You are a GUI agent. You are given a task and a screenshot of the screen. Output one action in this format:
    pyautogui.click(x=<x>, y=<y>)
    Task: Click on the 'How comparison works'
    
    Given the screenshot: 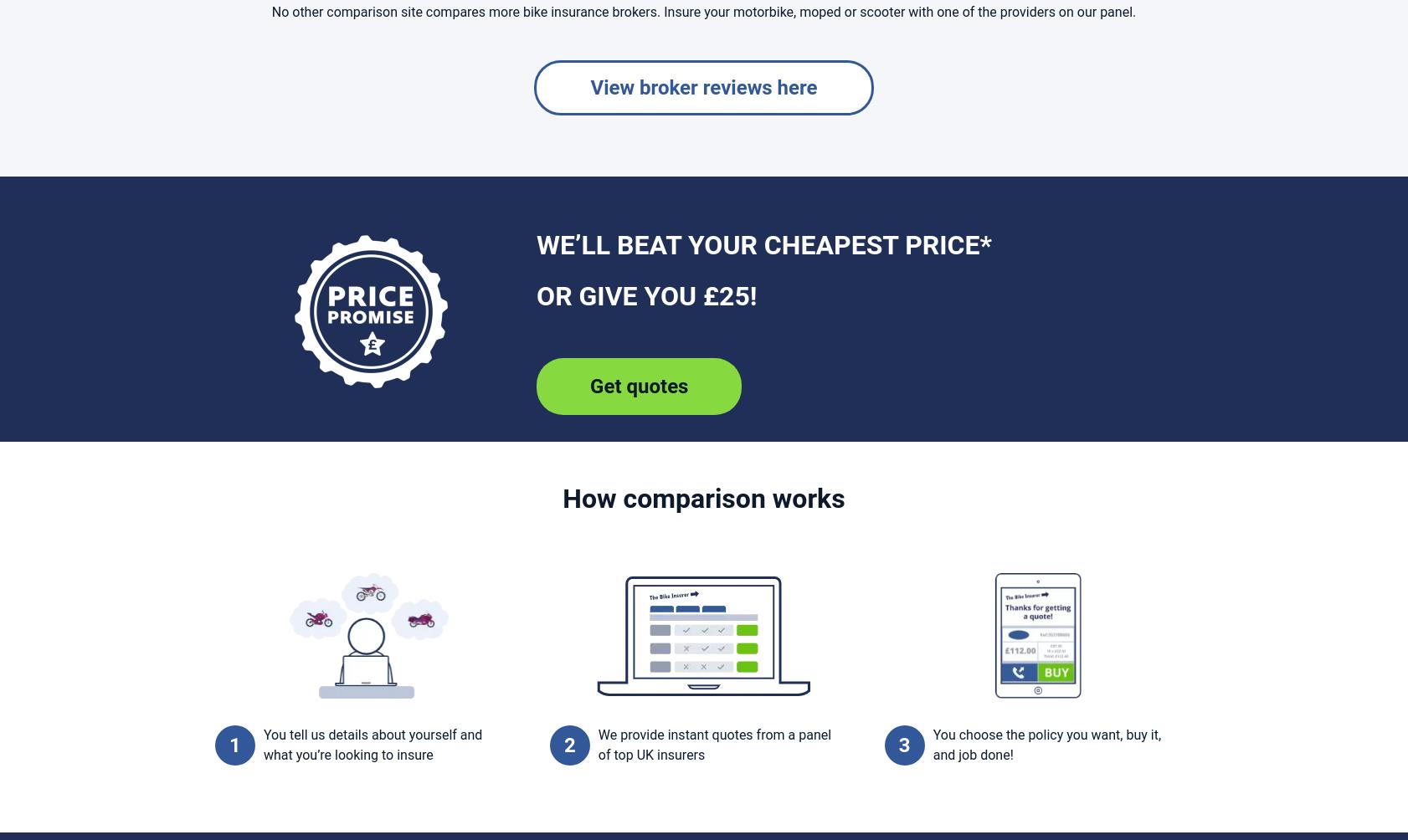 What is the action you would take?
    pyautogui.click(x=562, y=497)
    